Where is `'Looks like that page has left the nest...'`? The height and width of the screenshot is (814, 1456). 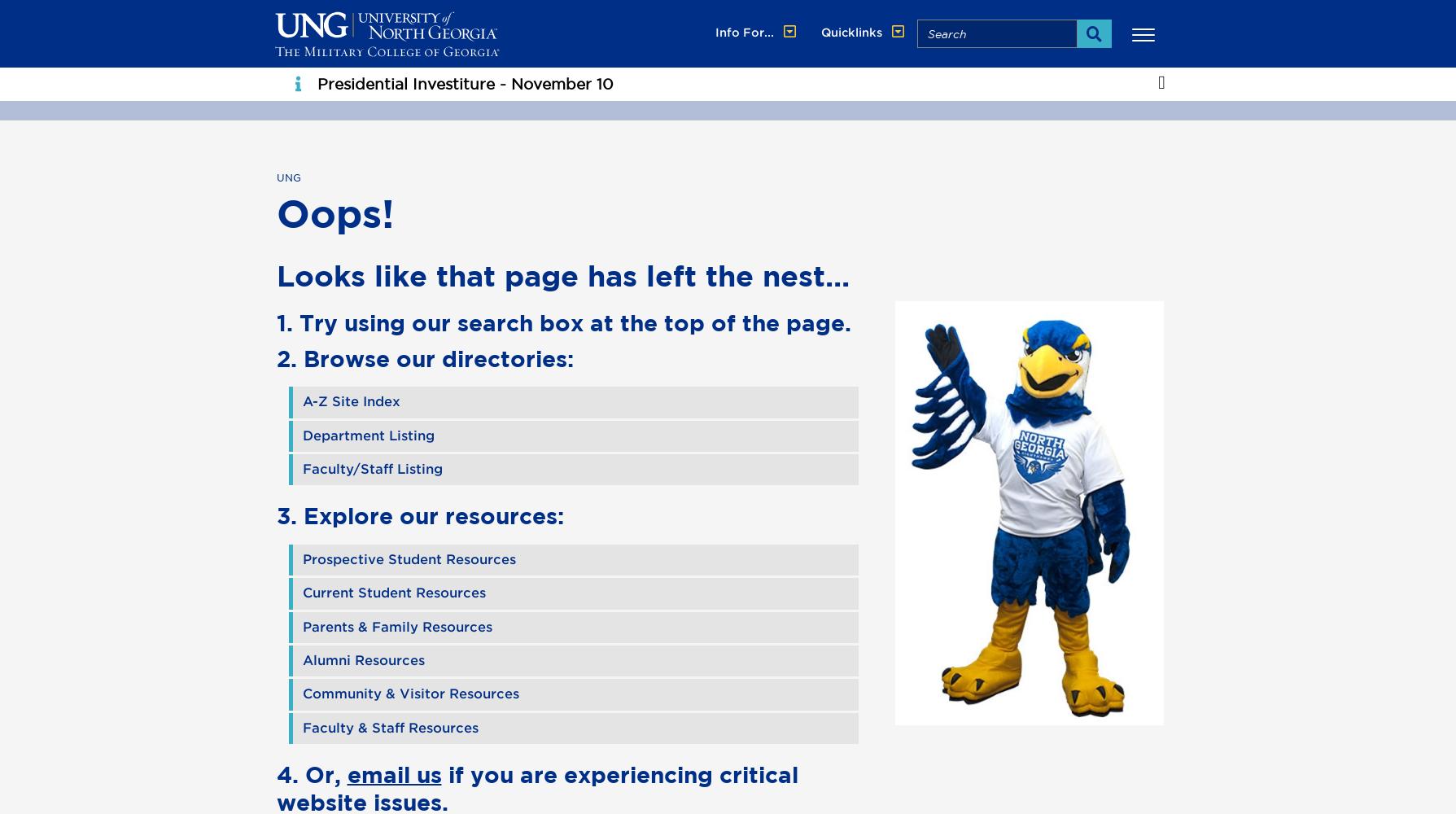
'Looks like that page has left the nest...' is located at coordinates (562, 274).